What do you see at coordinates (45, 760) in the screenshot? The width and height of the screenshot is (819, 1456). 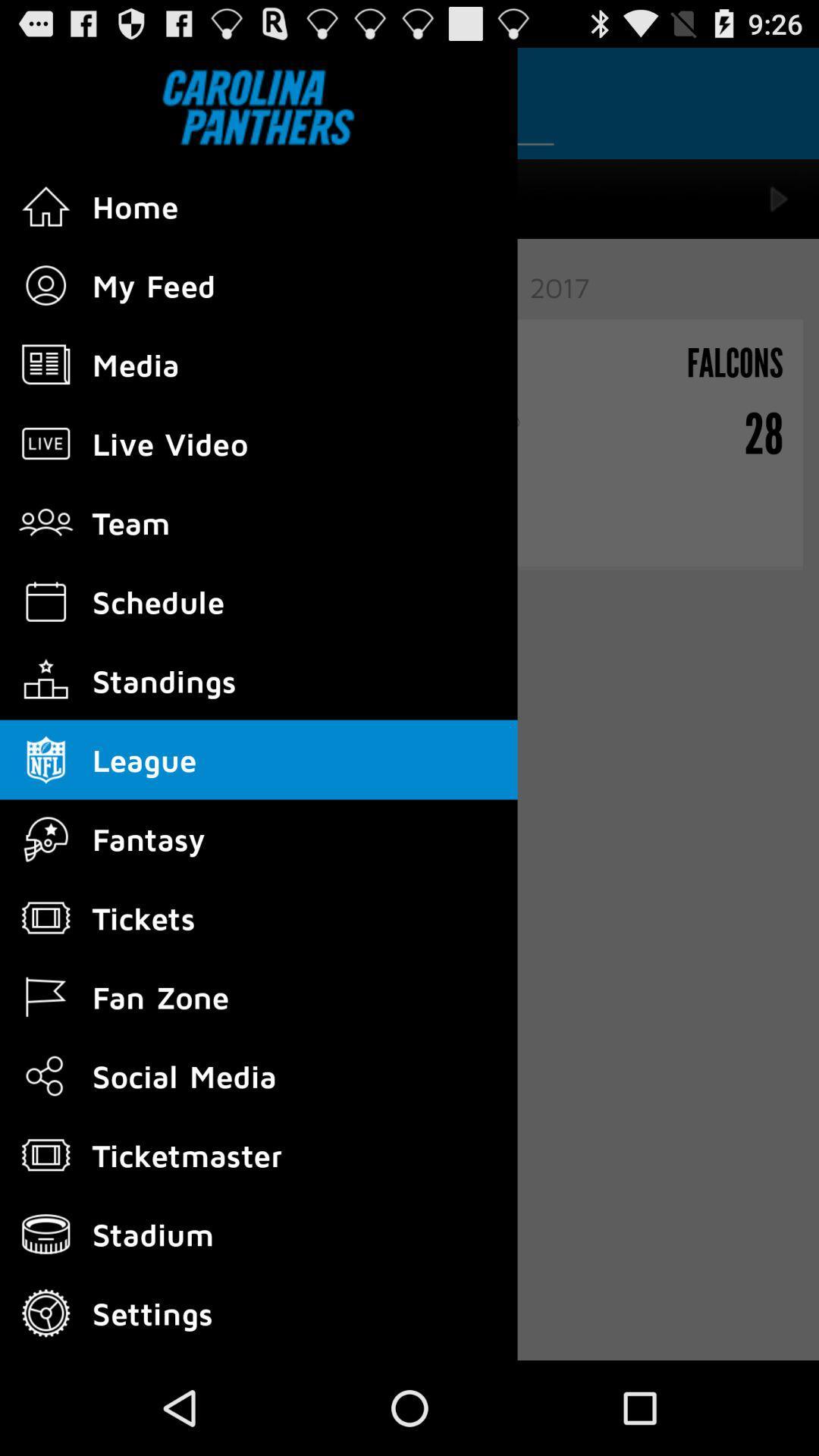 I see `tap on the icon which is just beside the league` at bounding box center [45, 760].